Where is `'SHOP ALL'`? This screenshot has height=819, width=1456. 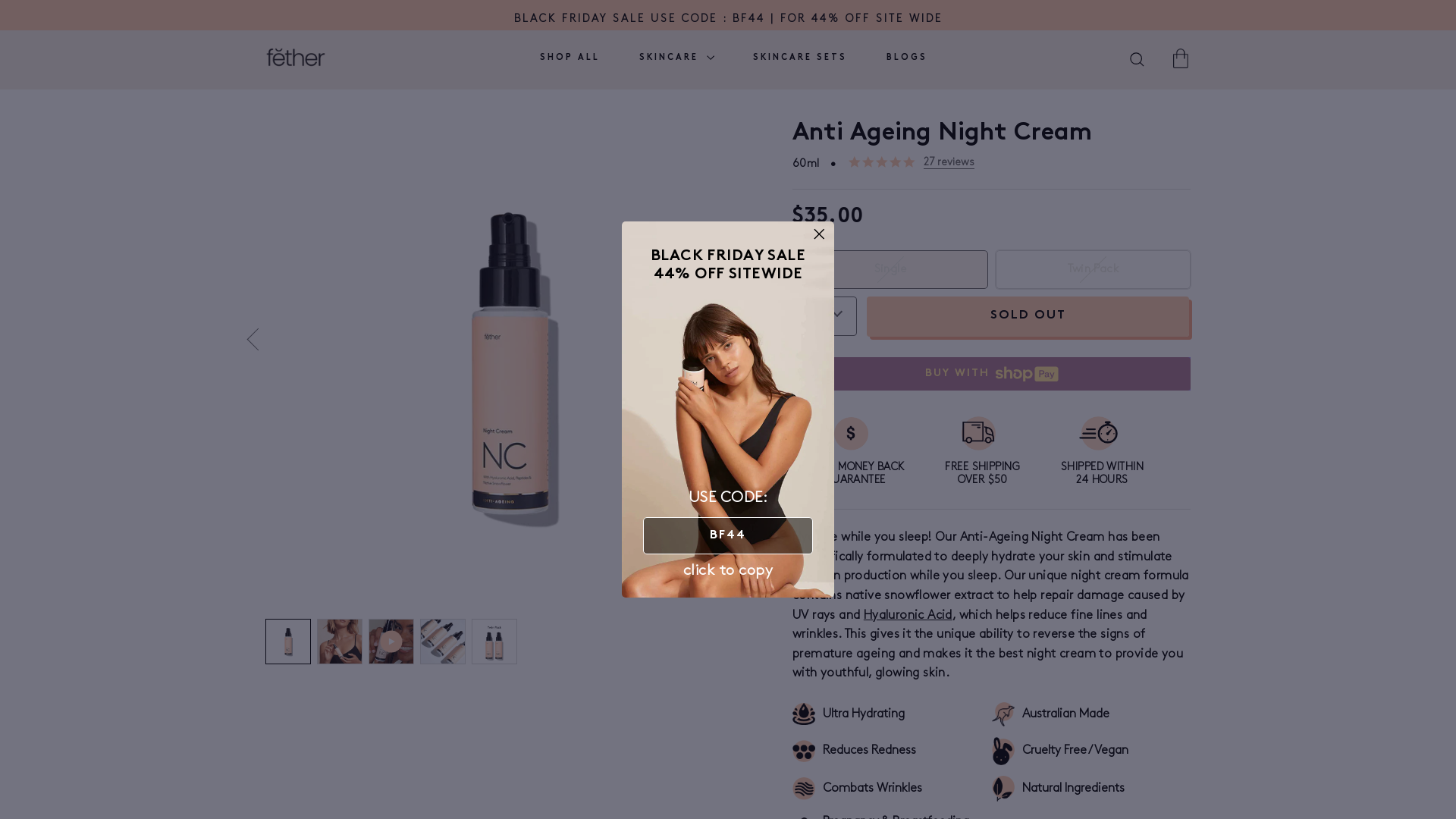 'SHOP ALL' is located at coordinates (569, 58).